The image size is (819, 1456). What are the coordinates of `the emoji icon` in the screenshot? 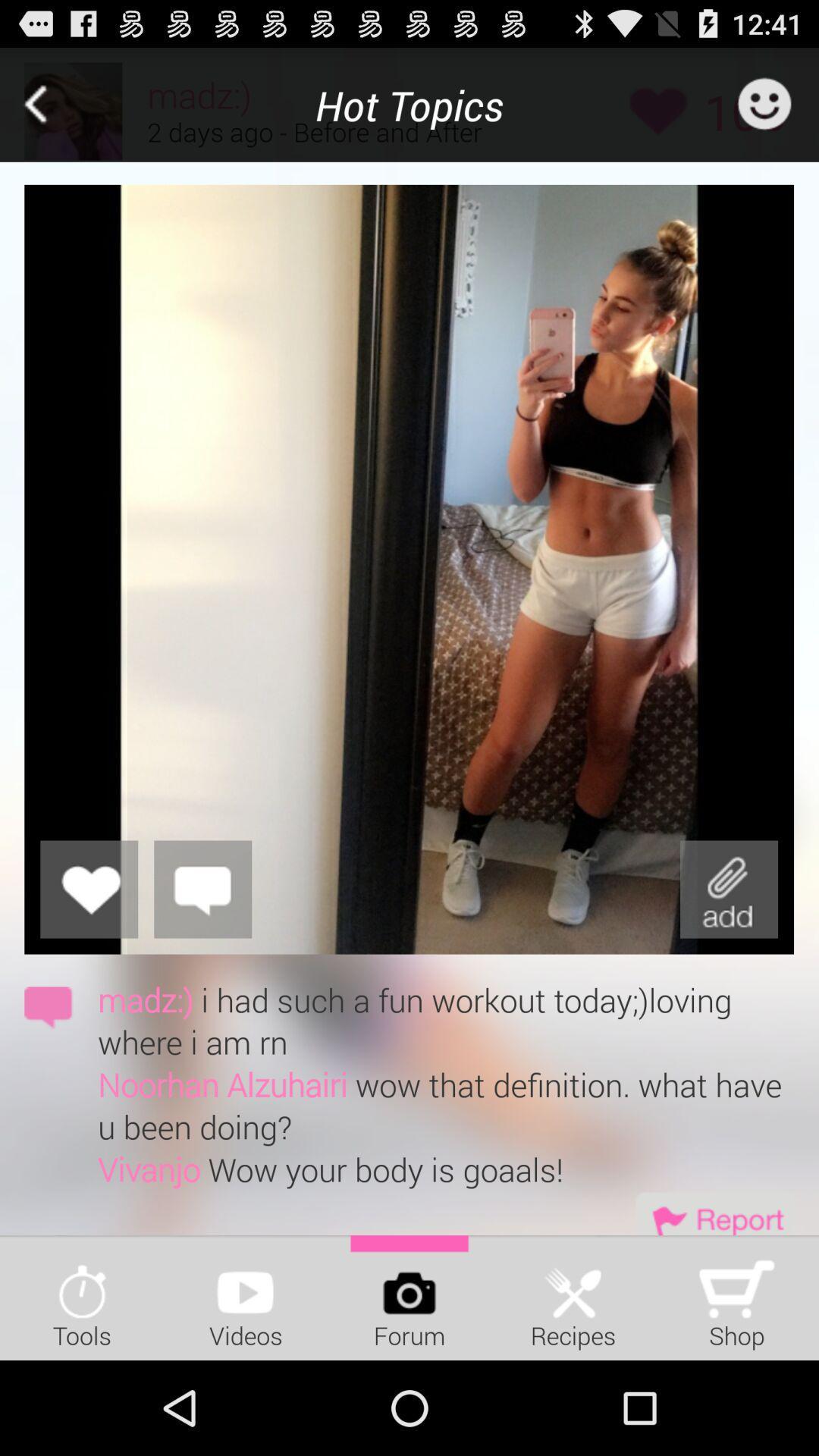 It's located at (764, 111).